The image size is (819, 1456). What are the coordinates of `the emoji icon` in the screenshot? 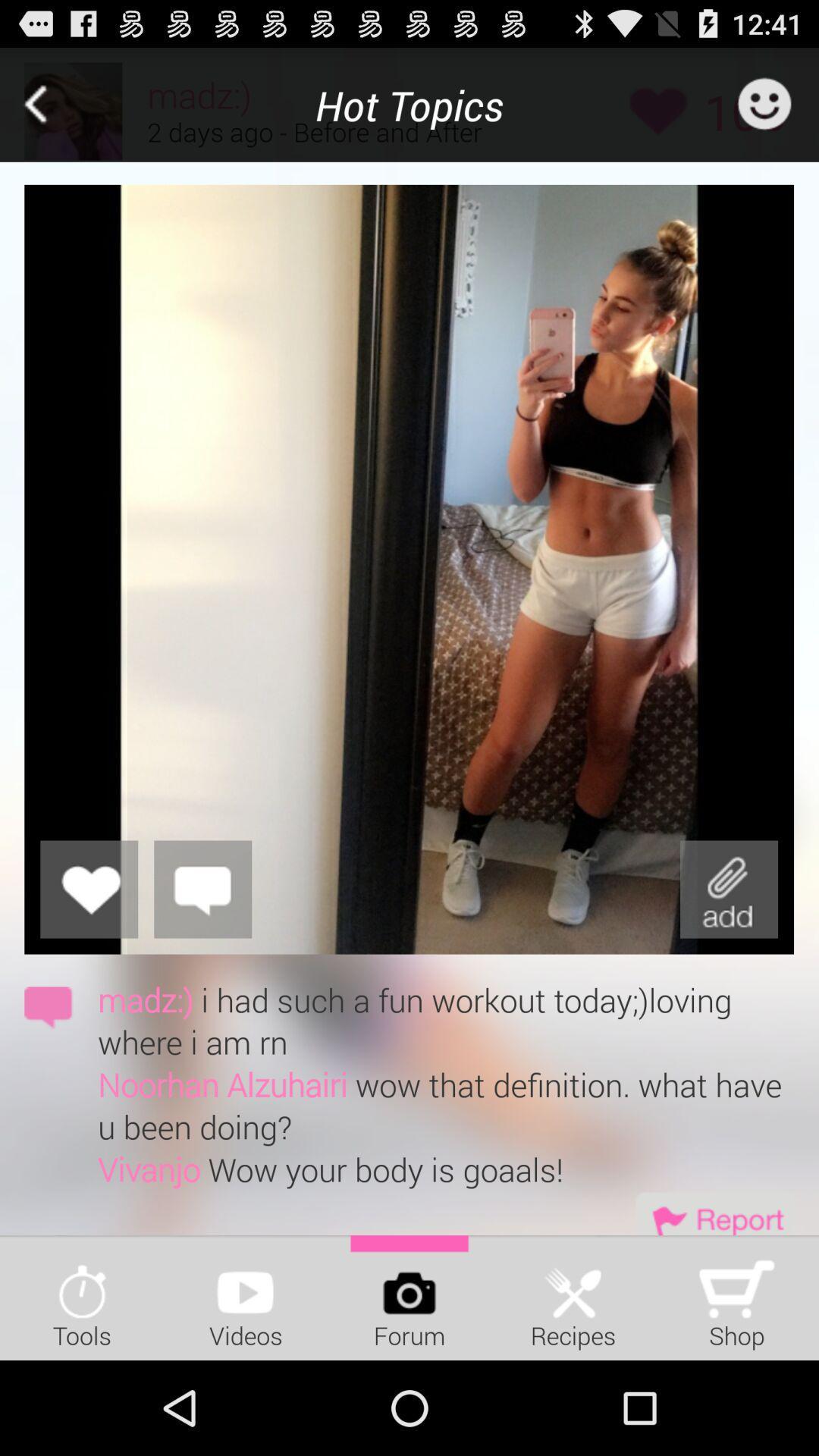 It's located at (764, 111).